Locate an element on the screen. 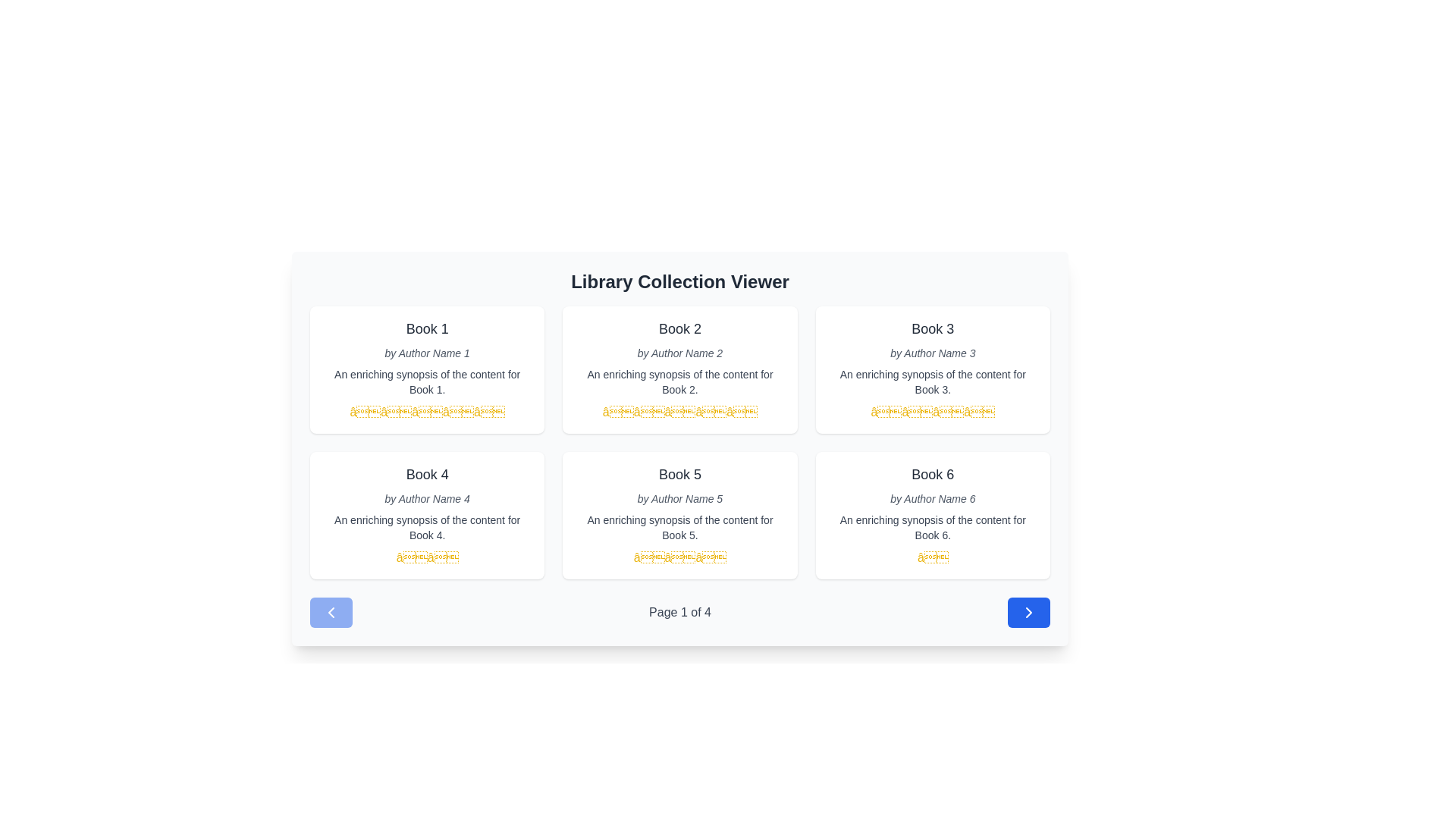 The height and width of the screenshot is (819, 1456). the filled yellow star icon in the second book display card of the Library Collection Viewer interface, which is the second star in the five-star rating system is located at coordinates (649, 412).